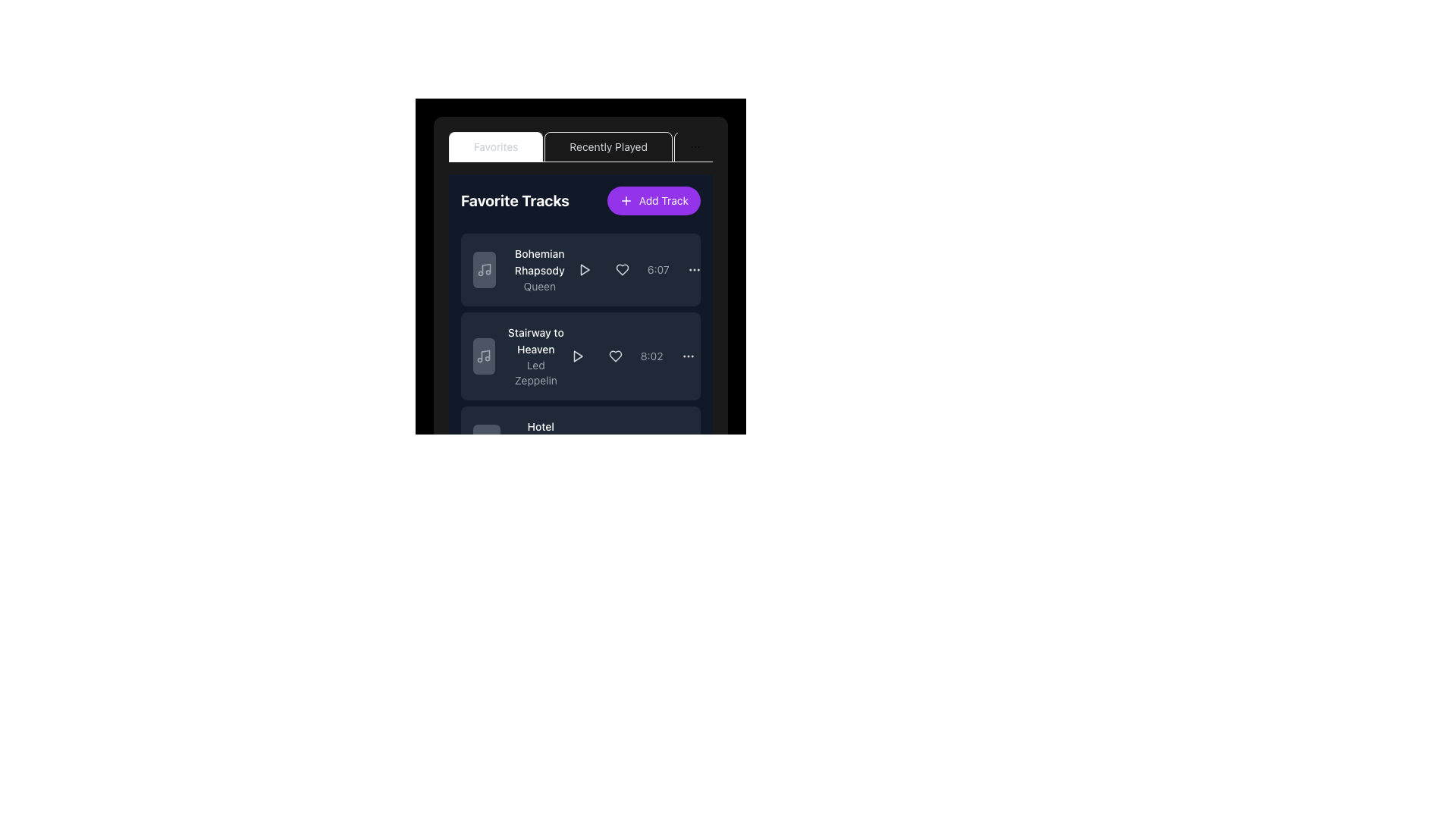  I want to click on the heart-shaped icon outlined with a smooth stroke and filled with a gray tone, located immediately to the right of the 'play' button and directly left of the track duration for the song 'Bohemian Rhapsody' in the 'Favorite Tracks' section, so click(622, 268).